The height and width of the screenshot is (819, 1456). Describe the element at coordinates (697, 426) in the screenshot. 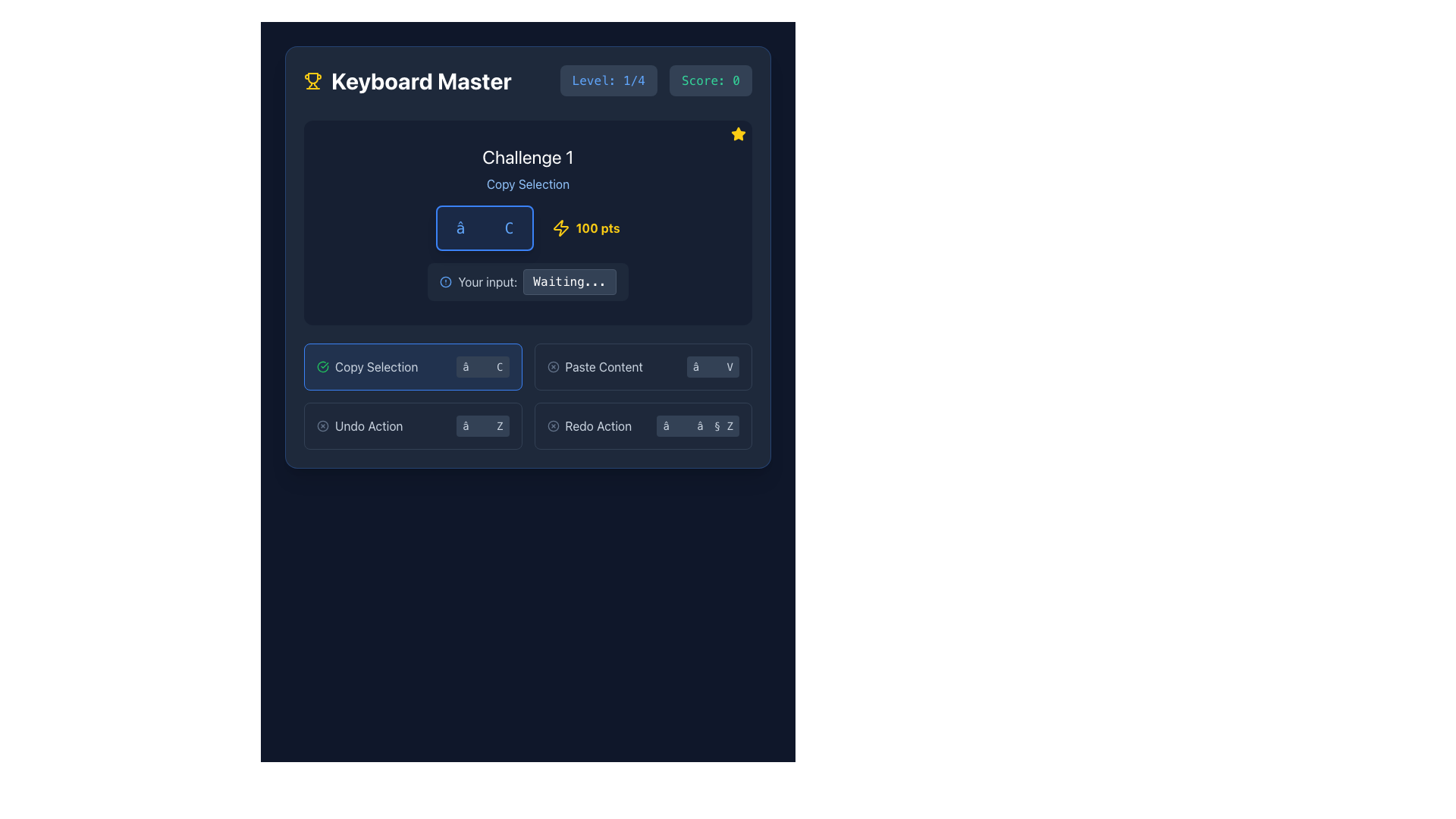

I see `the Shortcut Display element, which is a rectangular button-like component with a dark slate background displaying the keyboard shortcut '⌘ ⇧ Z' in a light slate color, located at the bottom-right section of the application interface` at that location.